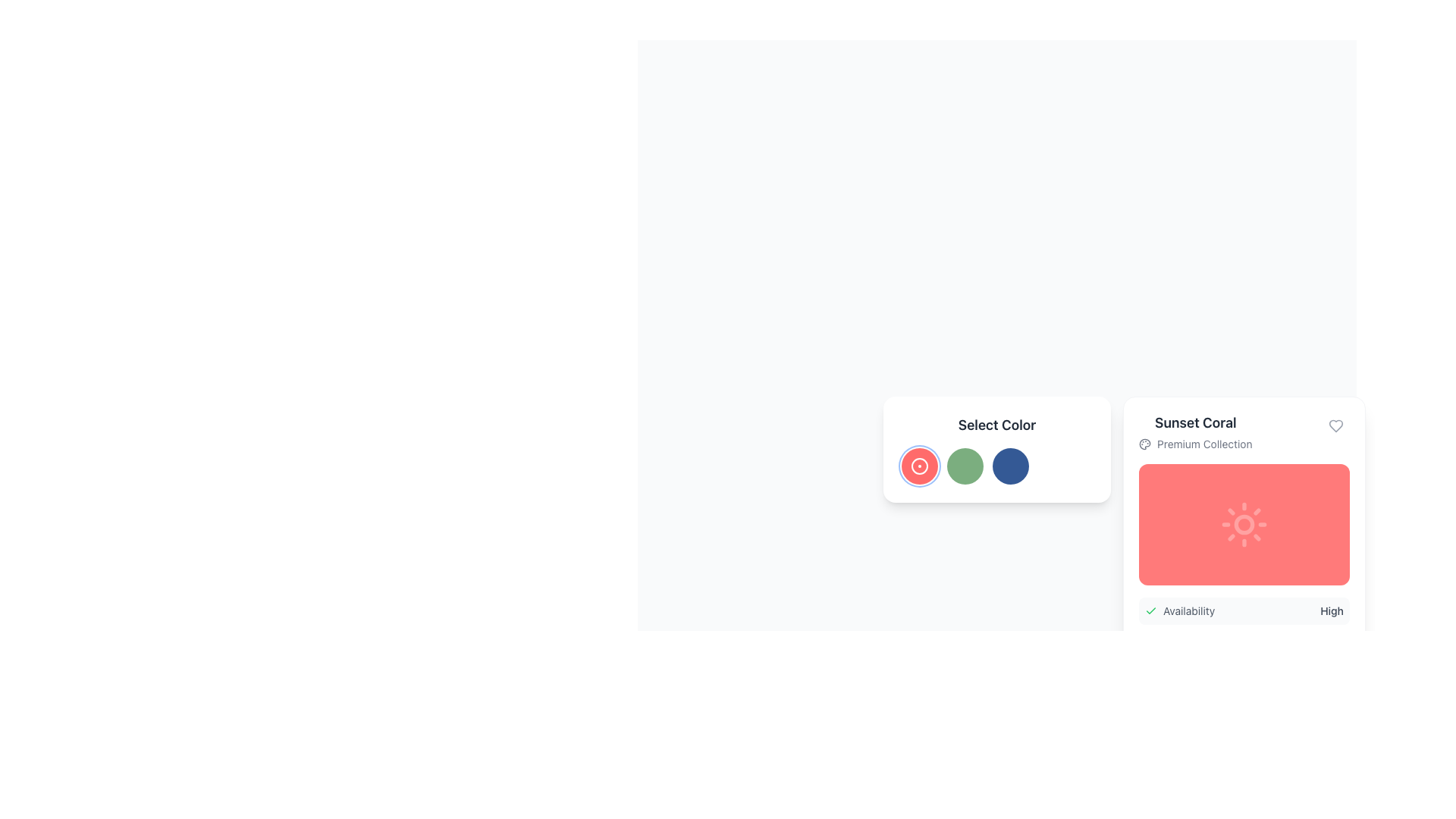 The height and width of the screenshot is (819, 1456). What do you see at coordinates (1335, 426) in the screenshot?
I see `the interactive 'like' button in the top right corner of the 'Sunset Coral Premium Collection' card` at bounding box center [1335, 426].